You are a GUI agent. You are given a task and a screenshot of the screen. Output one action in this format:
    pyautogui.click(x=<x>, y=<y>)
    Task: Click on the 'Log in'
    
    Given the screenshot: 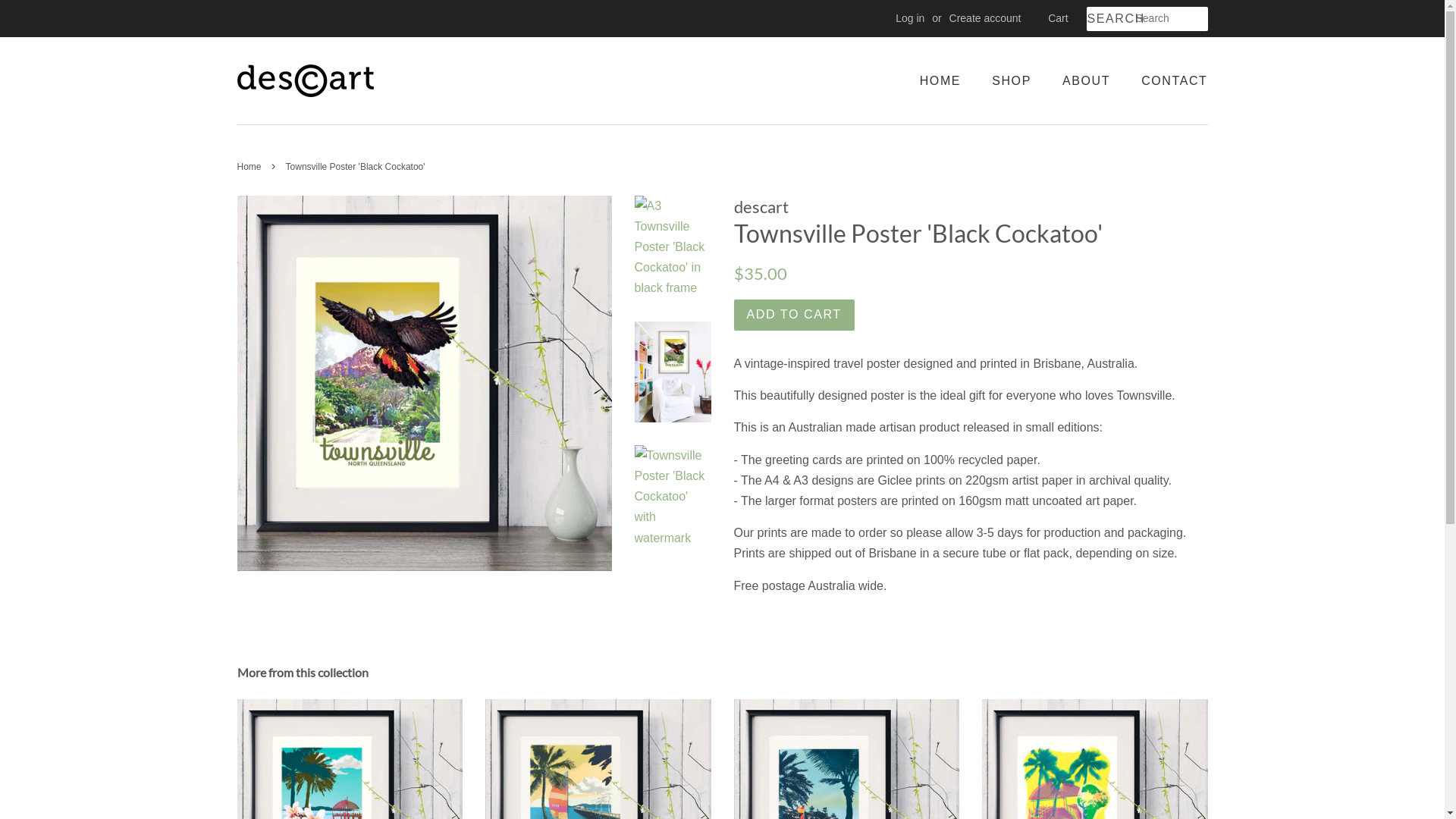 What is the action you would take?
    pyautogui.click(x=910, y=17)
    